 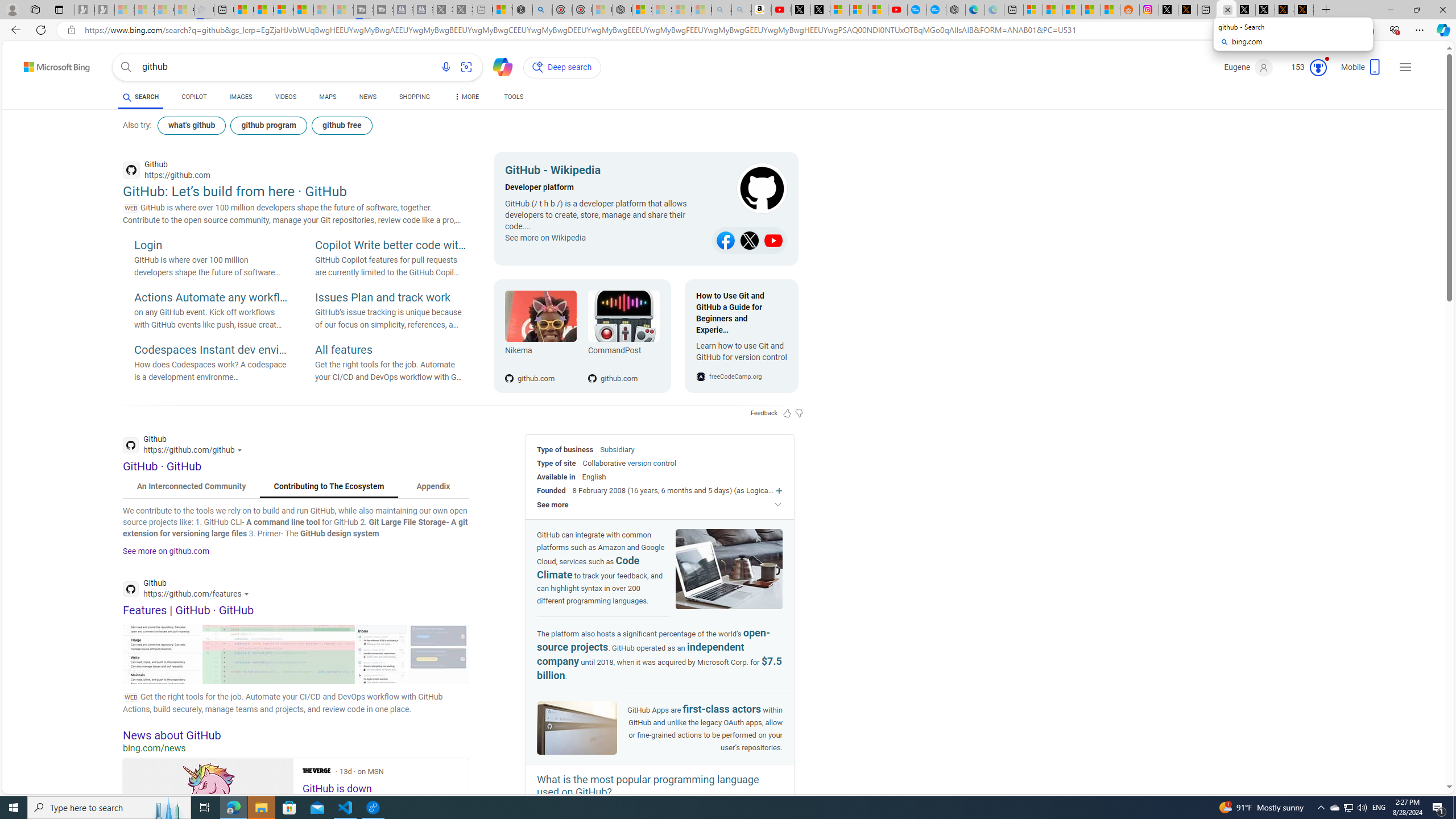 I want to click on 'github - Search', so click(x=1226, y=9).